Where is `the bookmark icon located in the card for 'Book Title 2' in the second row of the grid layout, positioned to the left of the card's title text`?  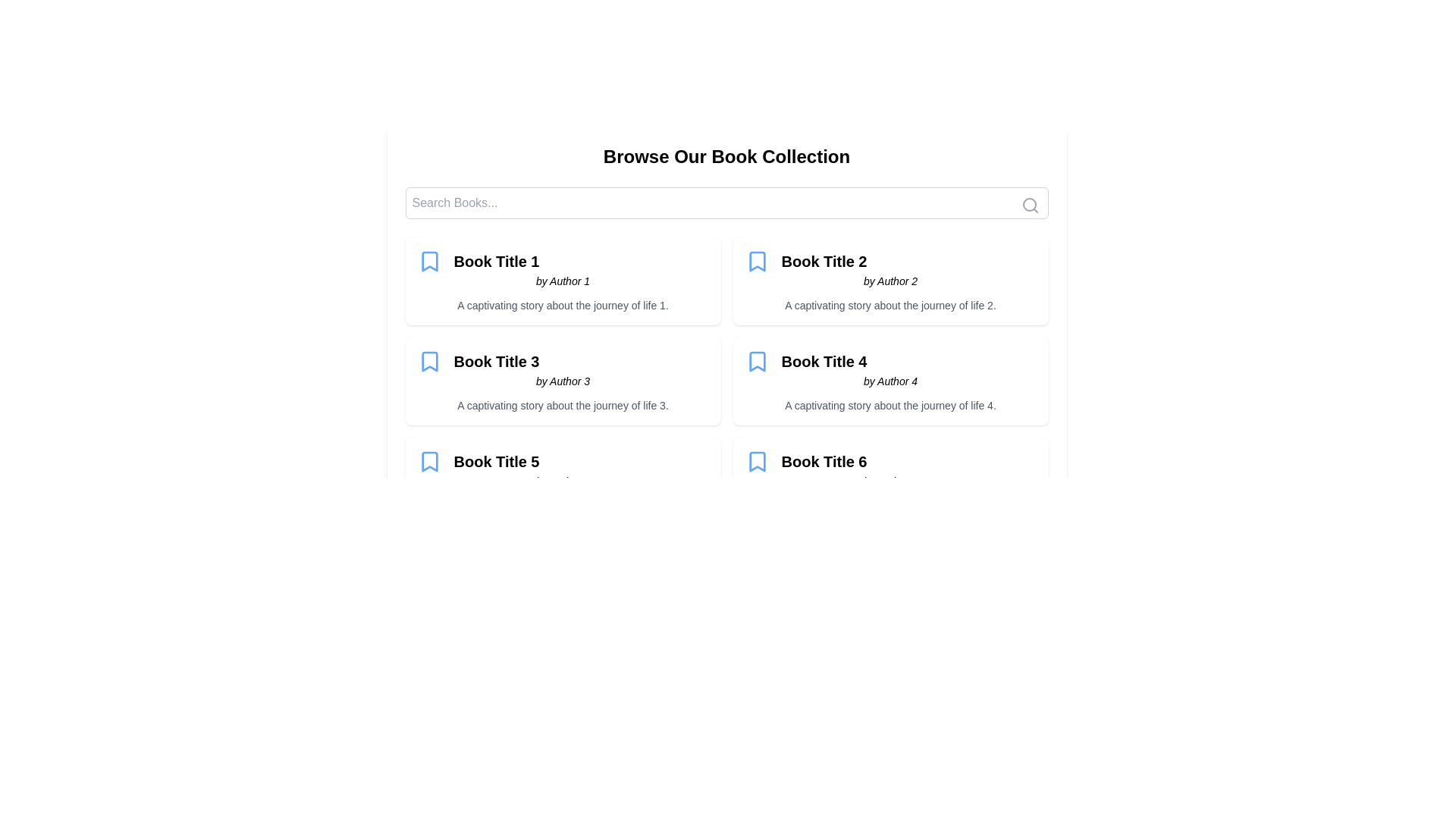 the bookmark icon located in the card for 'Book Title 2' in the second row of the grid layout, positioned to the left of the card's title text is located at coordinates (757, 260).